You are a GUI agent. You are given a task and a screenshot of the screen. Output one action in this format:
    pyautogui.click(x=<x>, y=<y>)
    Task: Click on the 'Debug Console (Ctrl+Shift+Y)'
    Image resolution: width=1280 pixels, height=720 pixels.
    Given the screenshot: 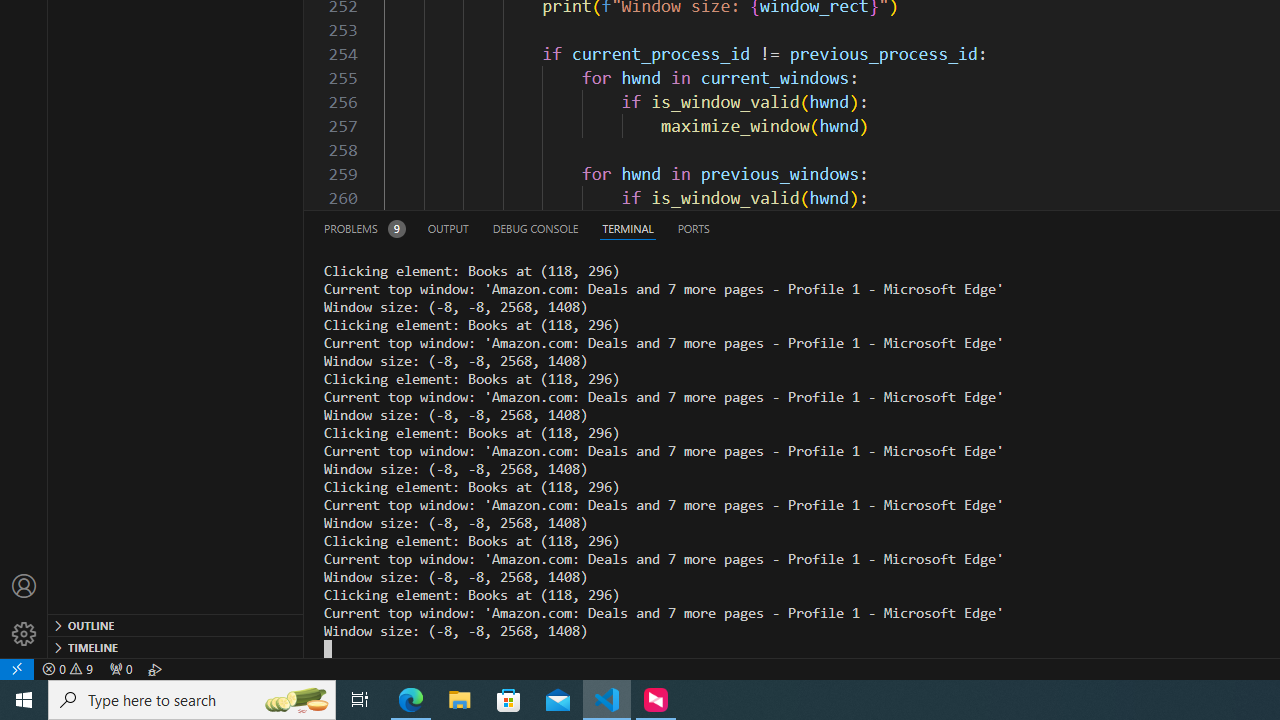 What is the action you would take?
    pyautogui.click(x=535, y=227)
    